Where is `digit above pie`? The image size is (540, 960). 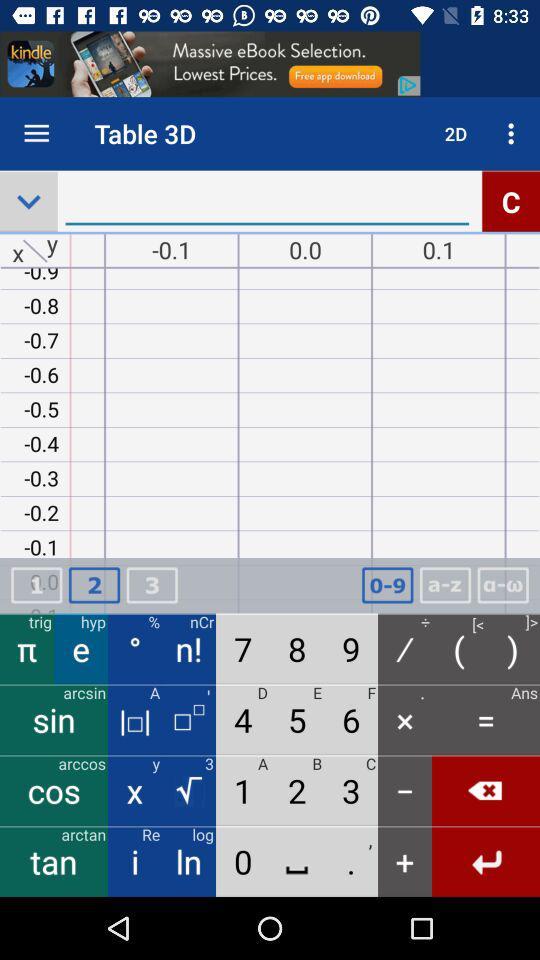 digit above pie is located at coordinates (36, 585).